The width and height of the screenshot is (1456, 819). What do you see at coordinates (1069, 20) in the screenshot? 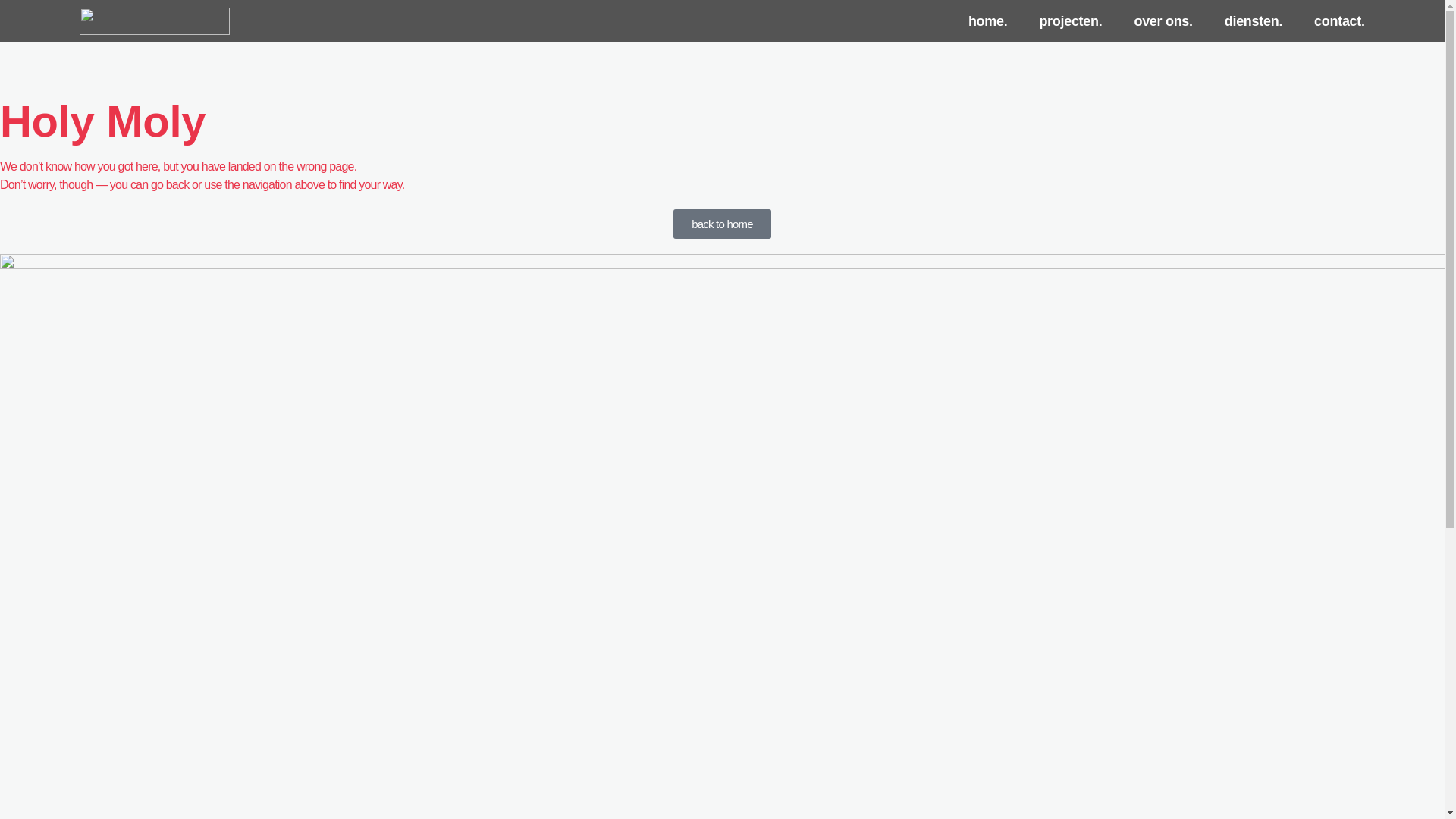
I see `'projecten.'` at bounding box center [1069, 20].